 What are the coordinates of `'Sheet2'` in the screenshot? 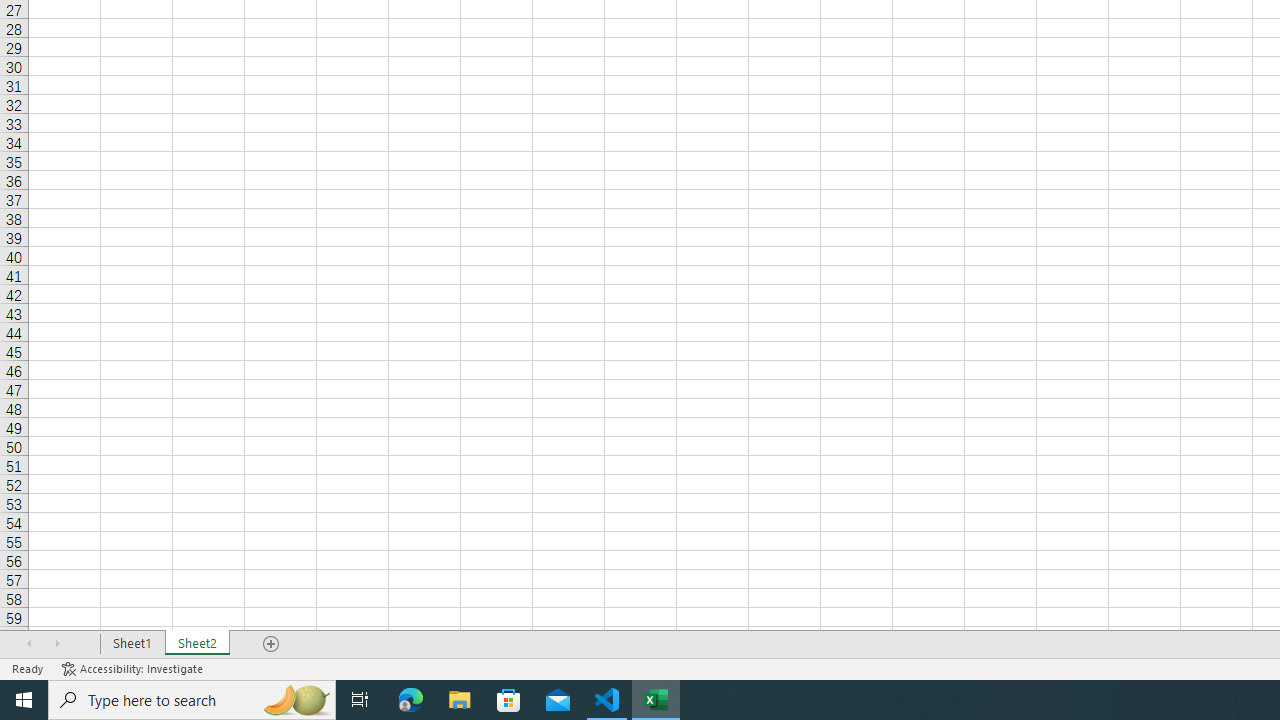 It's located at (197, 644).